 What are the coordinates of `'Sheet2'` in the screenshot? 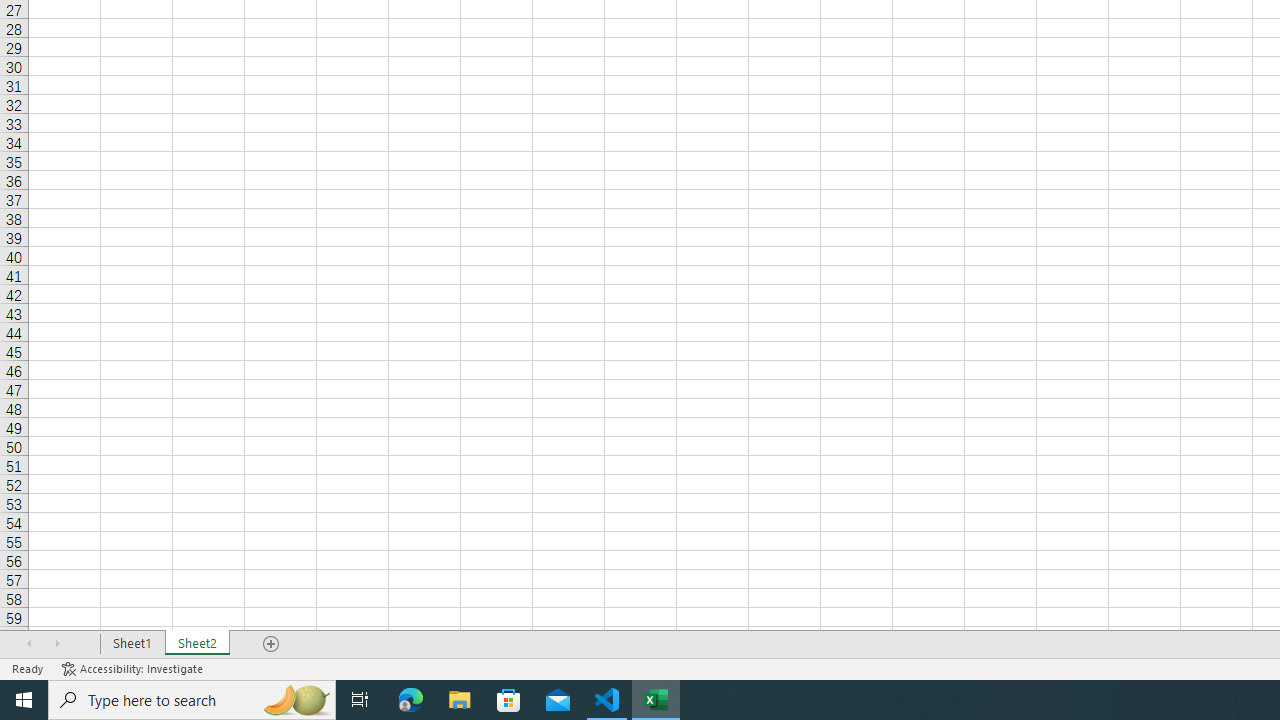 It's located at (197, 644).